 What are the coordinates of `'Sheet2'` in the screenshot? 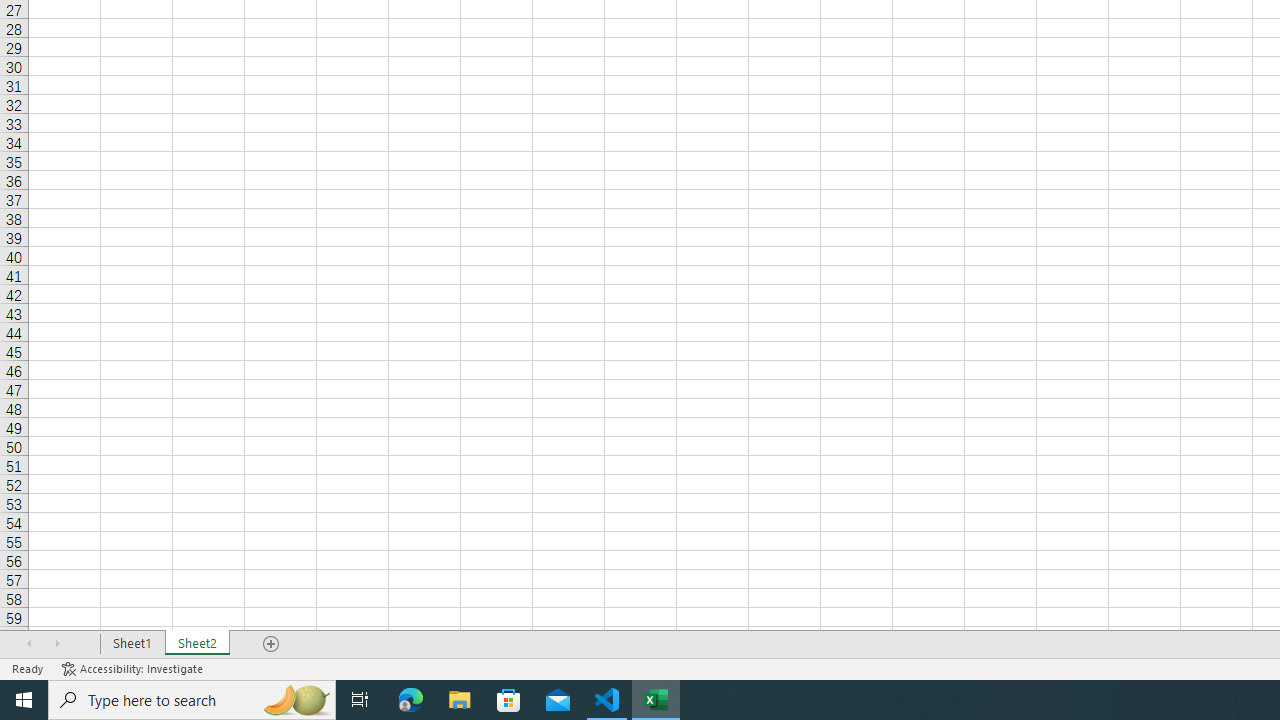 It's located at (197, 644).